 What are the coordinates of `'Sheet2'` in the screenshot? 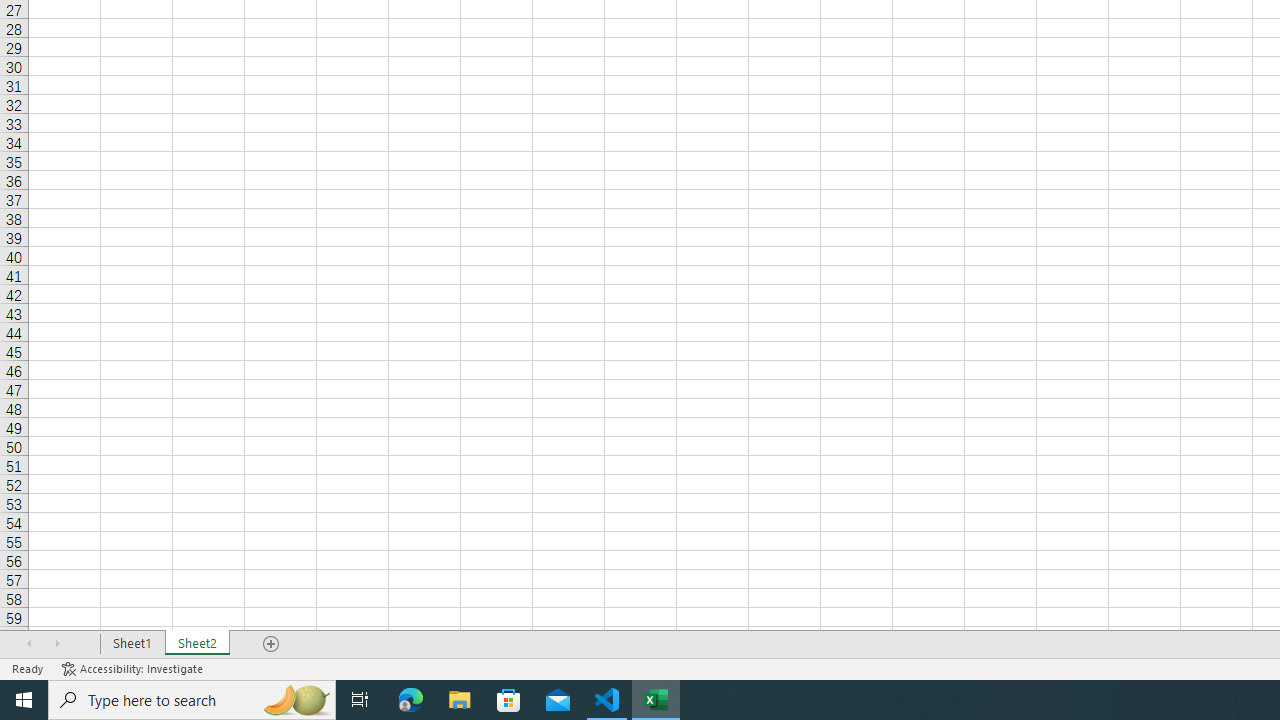 It's located at (197, 644).